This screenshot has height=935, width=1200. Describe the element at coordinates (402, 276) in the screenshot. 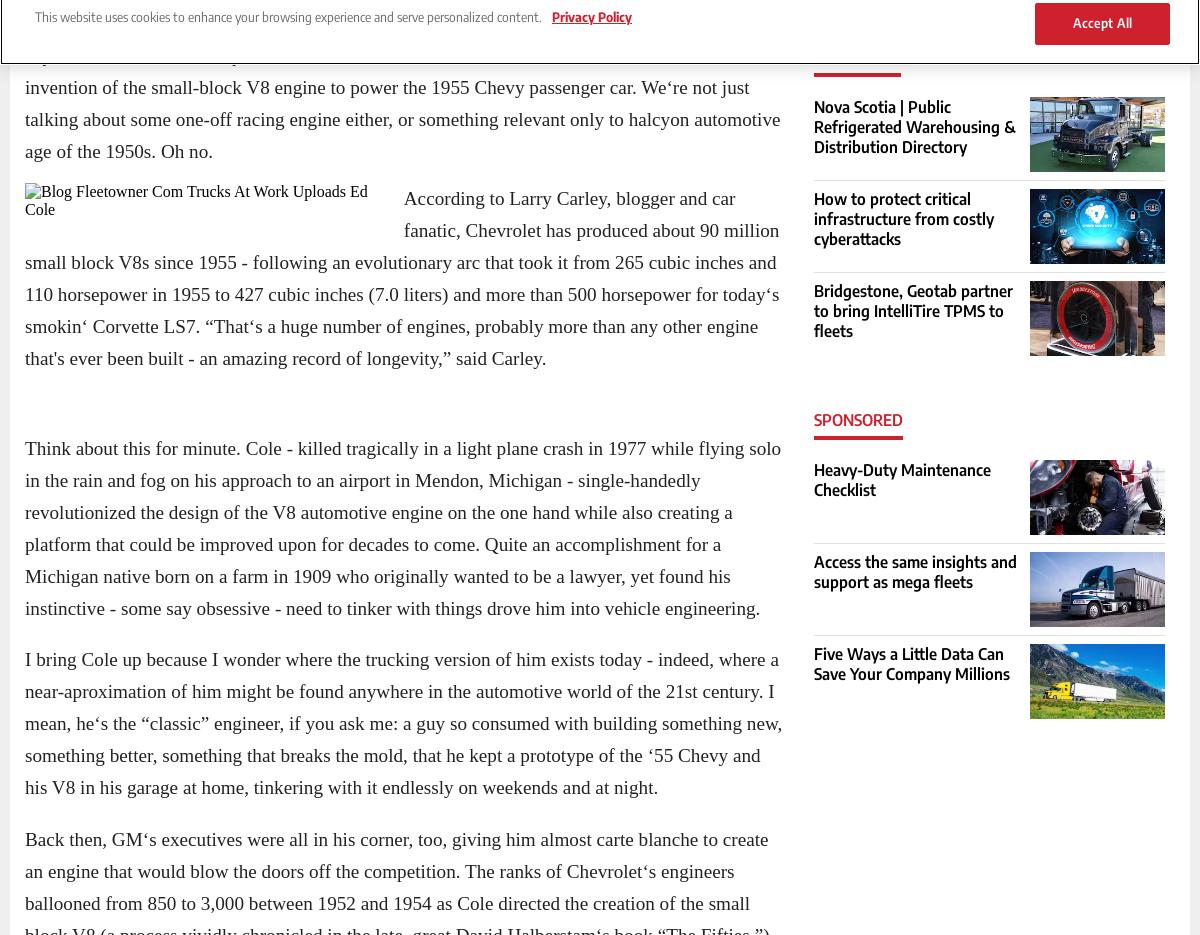

I see `'According to Larry Carley, blogger and car fanatic, Chevrolet has produced about 90 million small block V8s since 1955 - following an evolutionary arc that took it from 265 cubic inches and 110 horsepower in 1955 to 427 cubic inches (7.0 liters) and more than 500 horsepower for today‘s smokin‘ Corvette LS7. “That‘s a huge number of engines, probably more than any other engine that's ever been built - an amazing record of longevity,” said Carley.'` at that location.